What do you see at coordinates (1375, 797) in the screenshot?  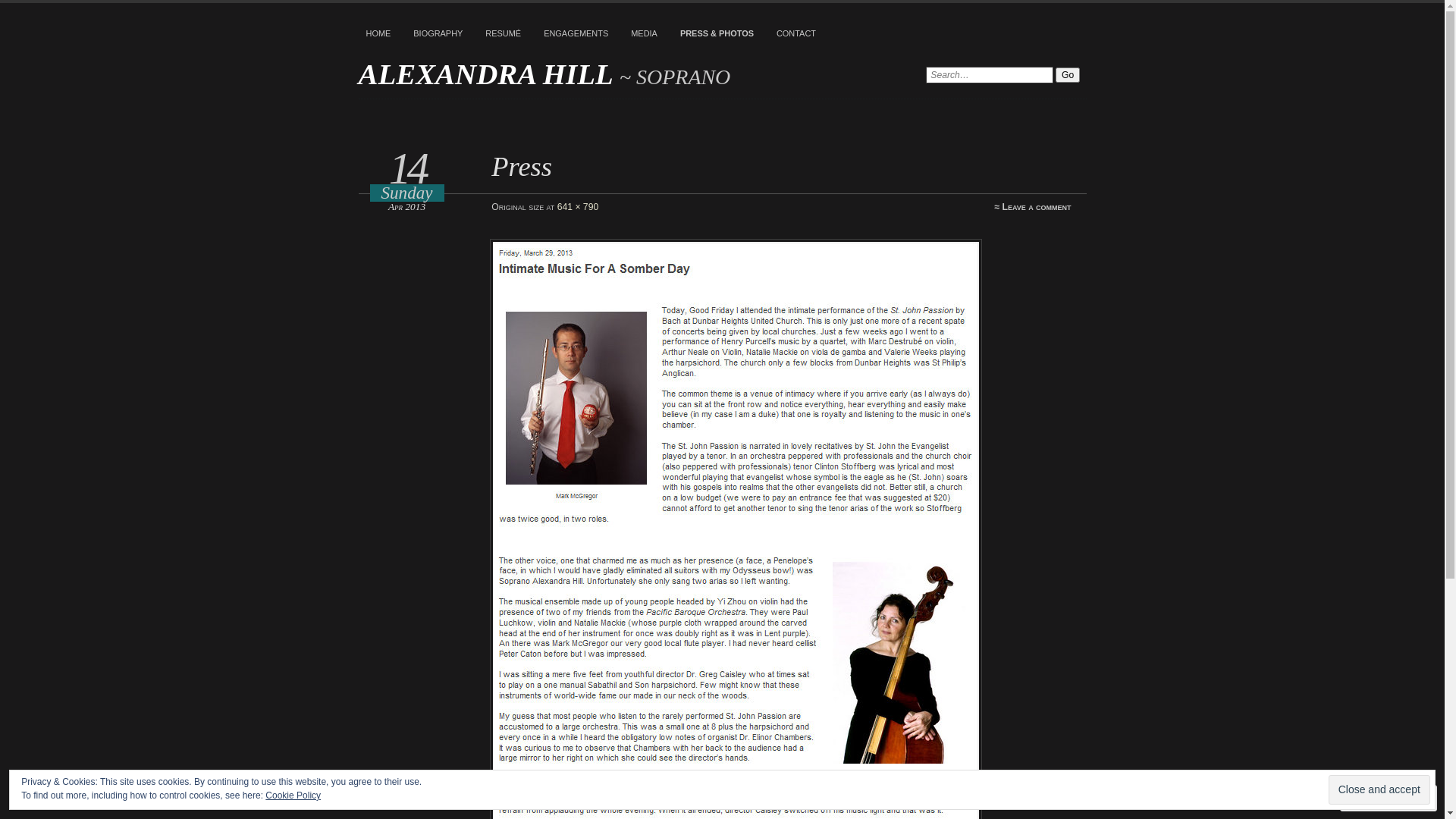 I see `'Follow'` at bounding box center [1375, 797].